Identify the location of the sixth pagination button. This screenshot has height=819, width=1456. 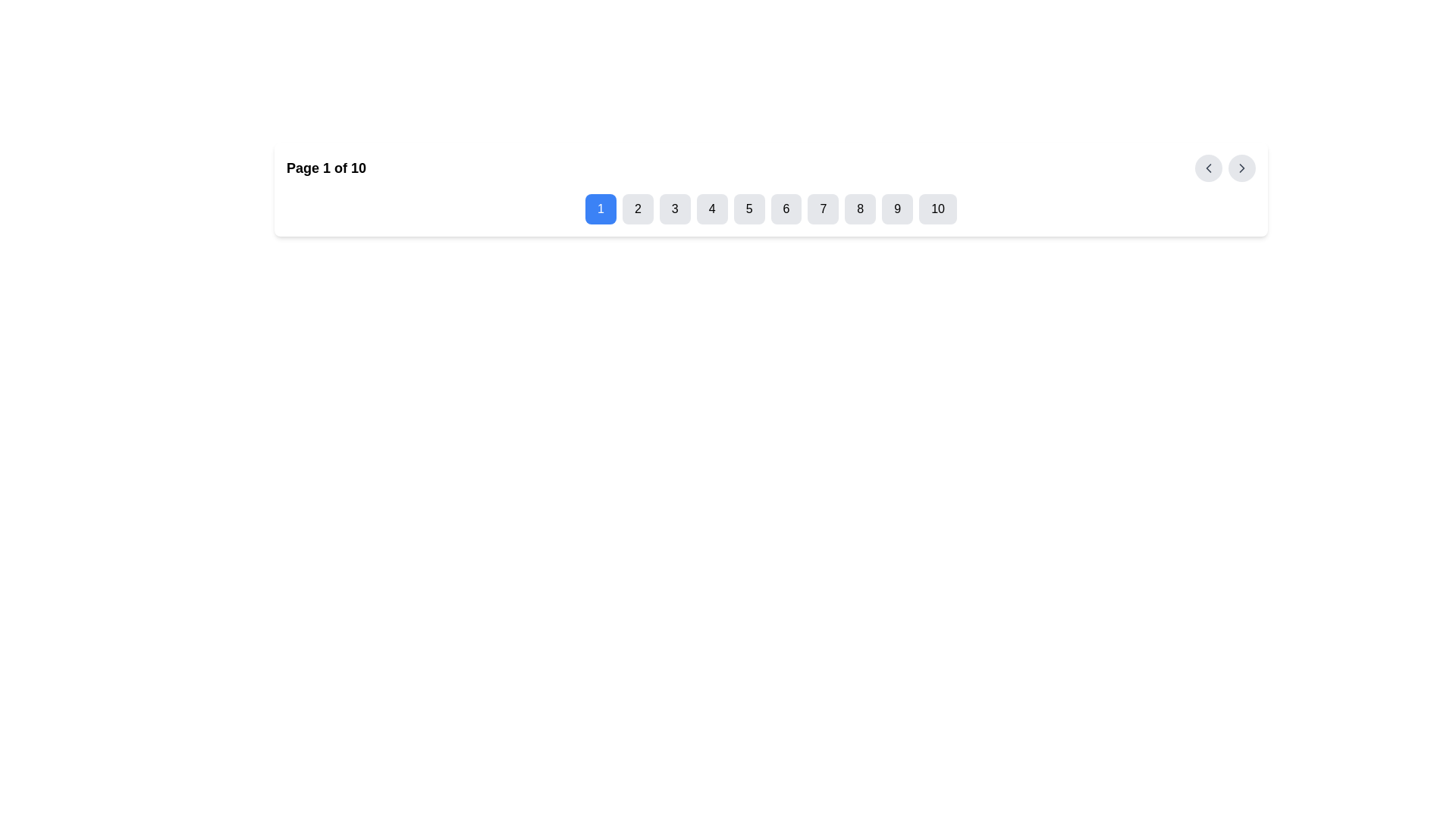
(786, 209).